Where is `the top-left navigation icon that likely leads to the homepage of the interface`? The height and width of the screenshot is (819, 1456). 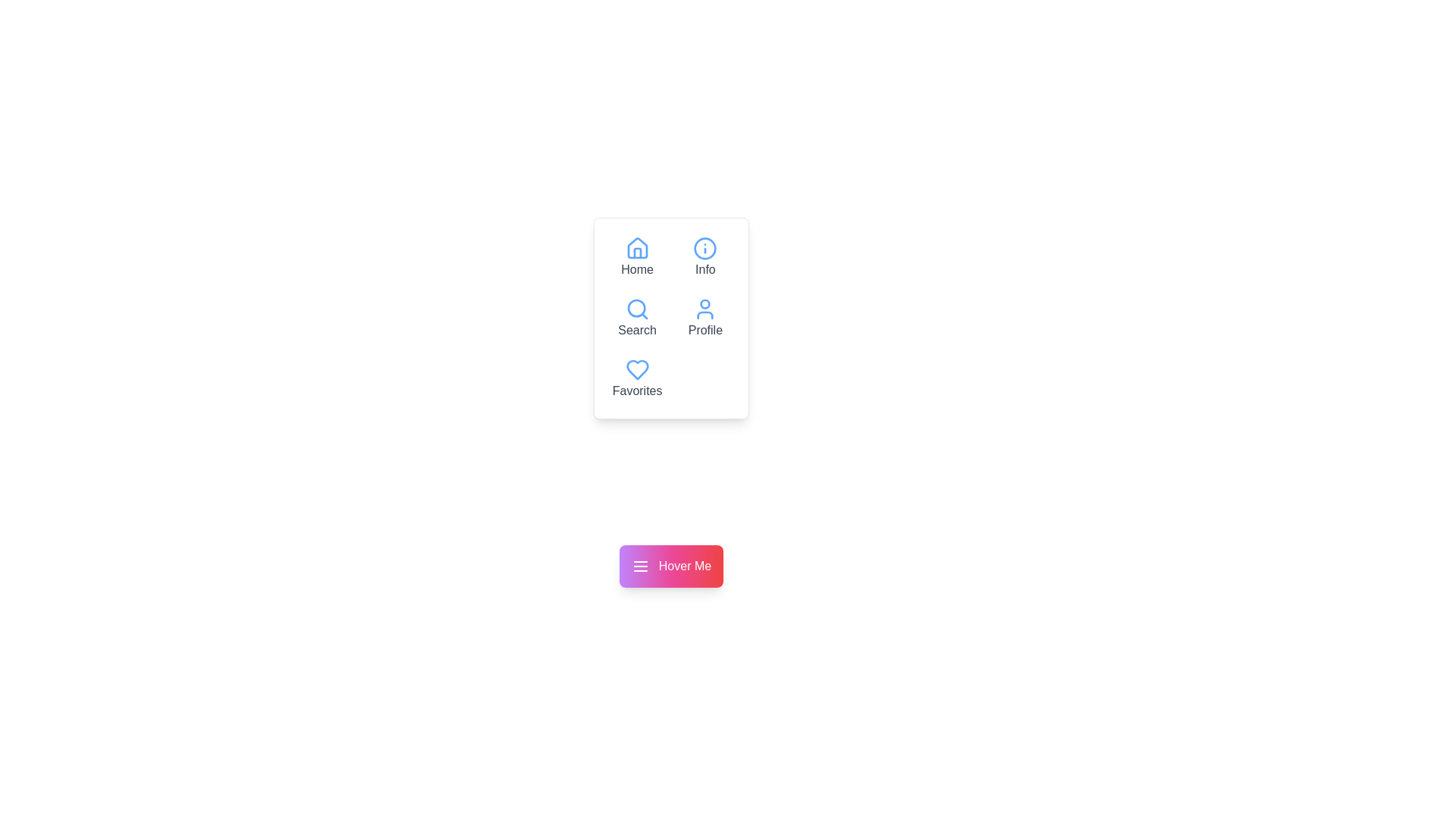 the top-left navigation icon that likely leads to the homepage of the interface is located at coordinates (637, 247).